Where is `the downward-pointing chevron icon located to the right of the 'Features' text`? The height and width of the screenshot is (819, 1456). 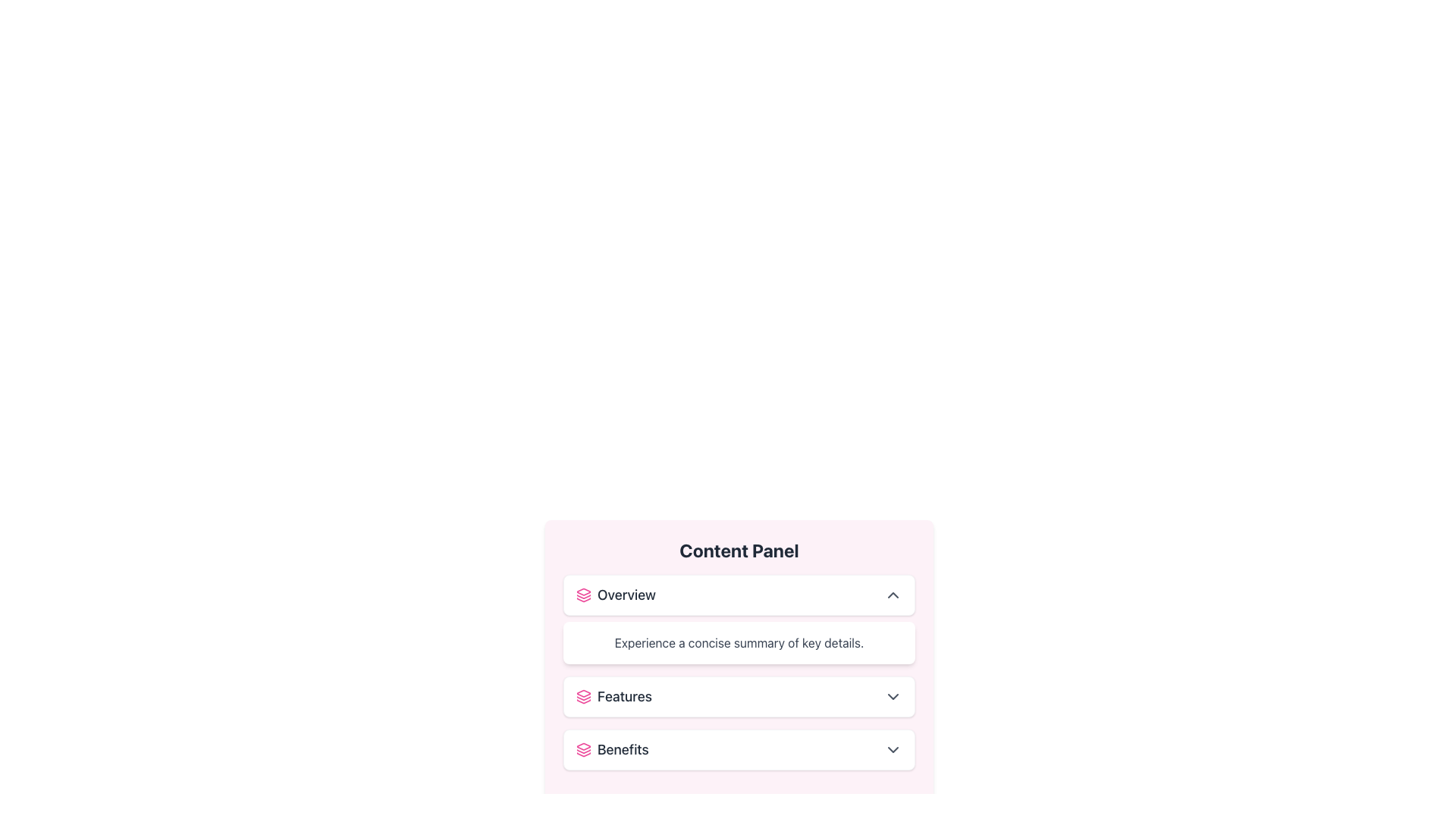 the downward-pointing chevron icon located to the right of the 'Features' text is located at coordinates (893, 696).